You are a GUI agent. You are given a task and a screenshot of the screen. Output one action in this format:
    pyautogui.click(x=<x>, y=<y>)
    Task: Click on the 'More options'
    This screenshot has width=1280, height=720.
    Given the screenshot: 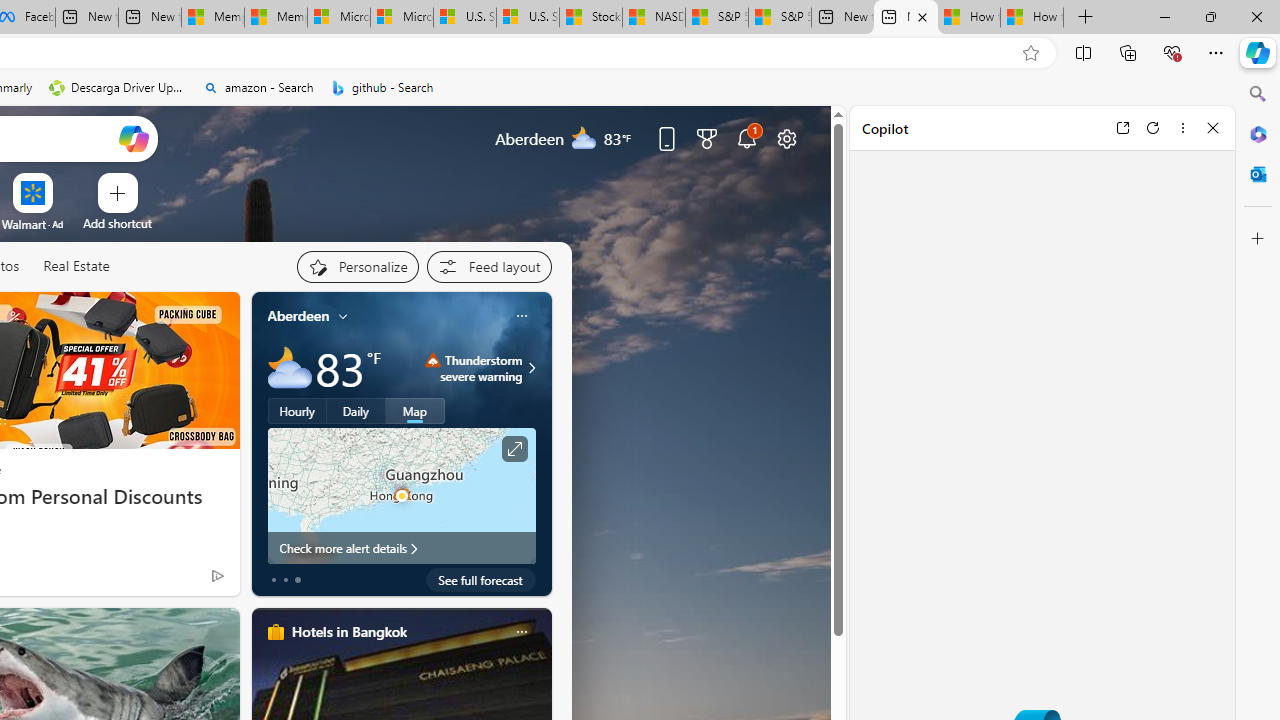 What is the action you would take?
    pyautogui.click(x=1182, y=127)
    